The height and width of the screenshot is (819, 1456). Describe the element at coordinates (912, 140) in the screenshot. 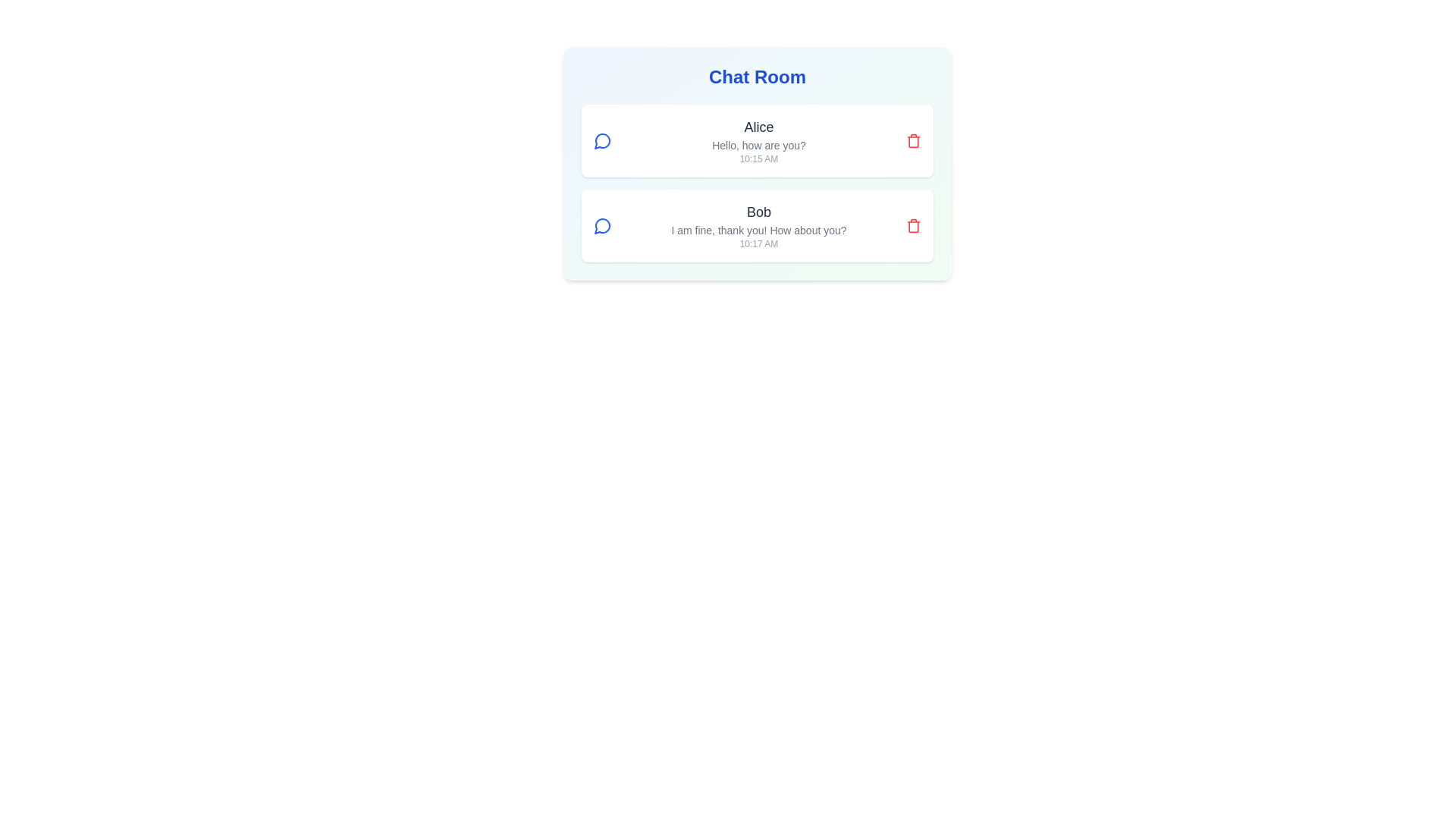

I see `delete button for the message authored by Alice` at that location.